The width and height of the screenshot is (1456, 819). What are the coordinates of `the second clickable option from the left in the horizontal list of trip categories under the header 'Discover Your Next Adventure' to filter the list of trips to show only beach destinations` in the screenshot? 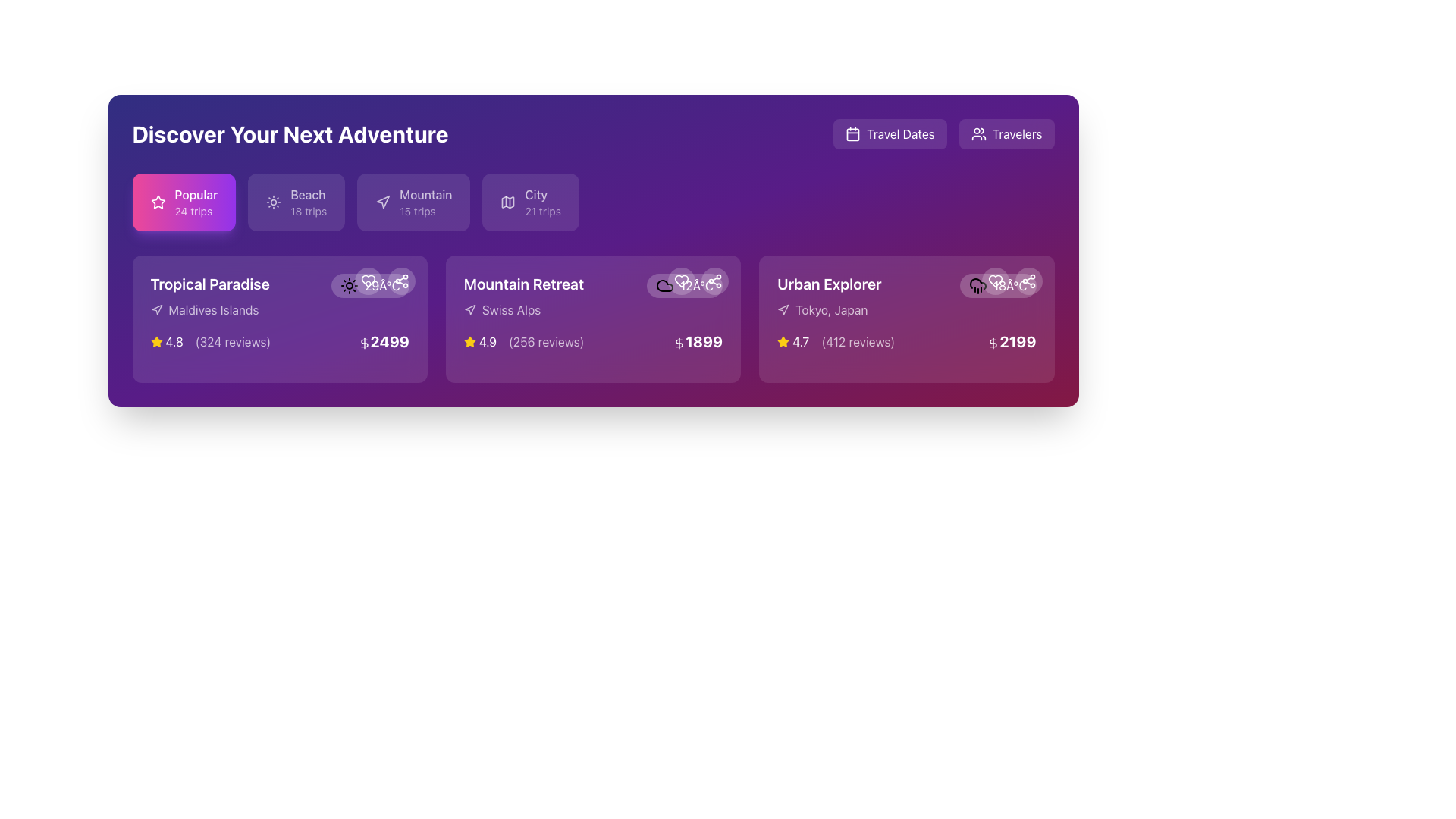 It's located at (297, 201).